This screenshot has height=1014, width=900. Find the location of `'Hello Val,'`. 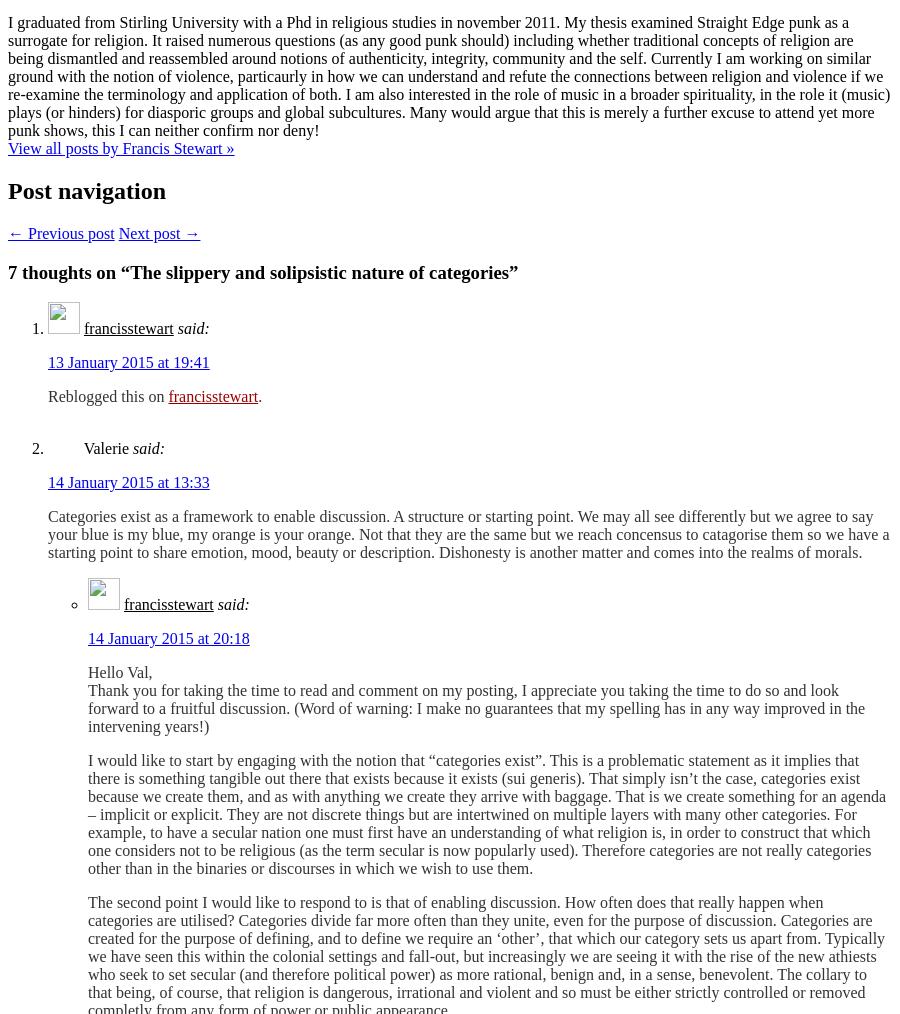

'Hello Val,' is located at coordinates (119, 672).